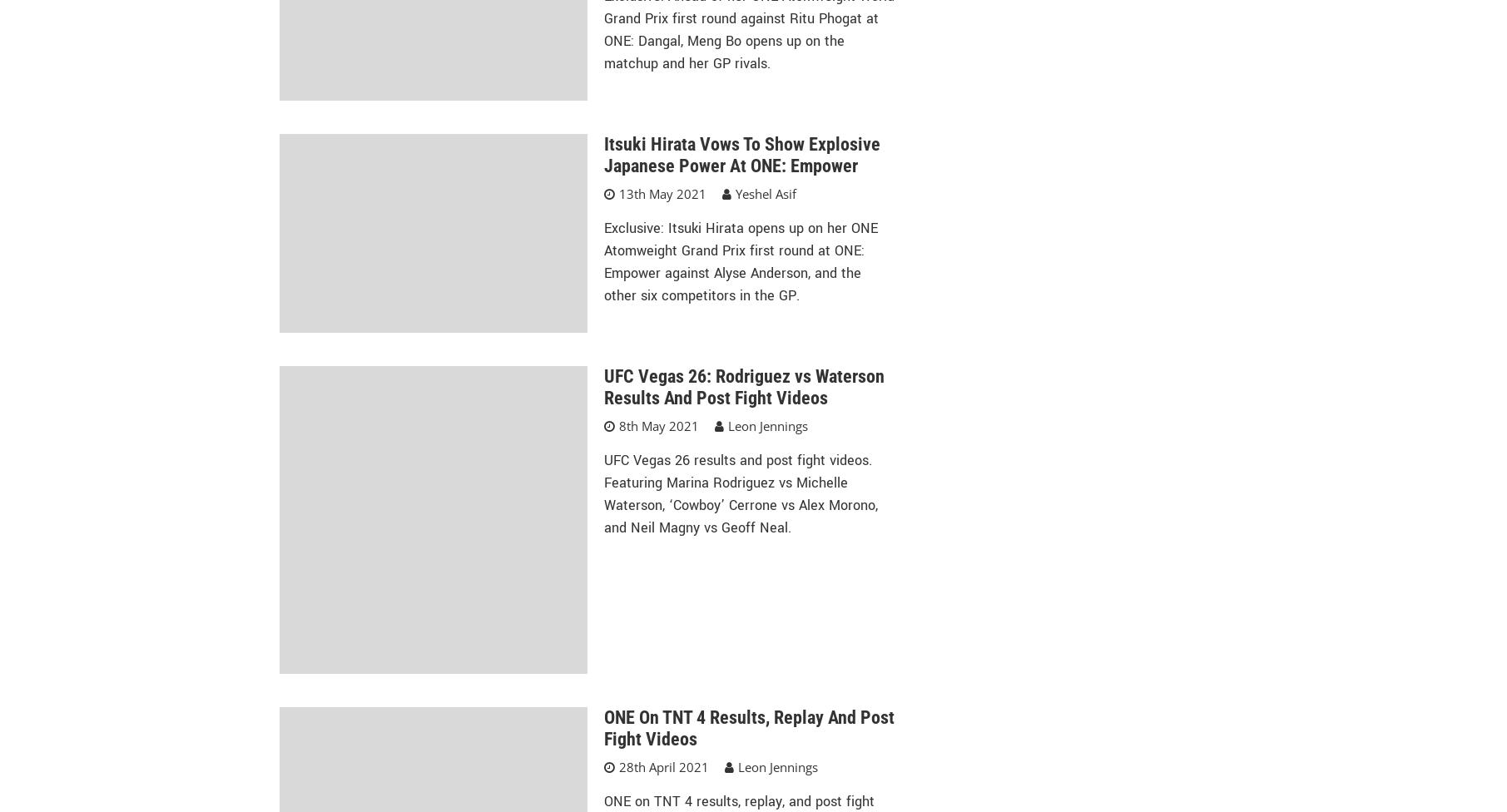 The image size is (1507, 812). I want to click on '28th April 2021', so click(662, 765).